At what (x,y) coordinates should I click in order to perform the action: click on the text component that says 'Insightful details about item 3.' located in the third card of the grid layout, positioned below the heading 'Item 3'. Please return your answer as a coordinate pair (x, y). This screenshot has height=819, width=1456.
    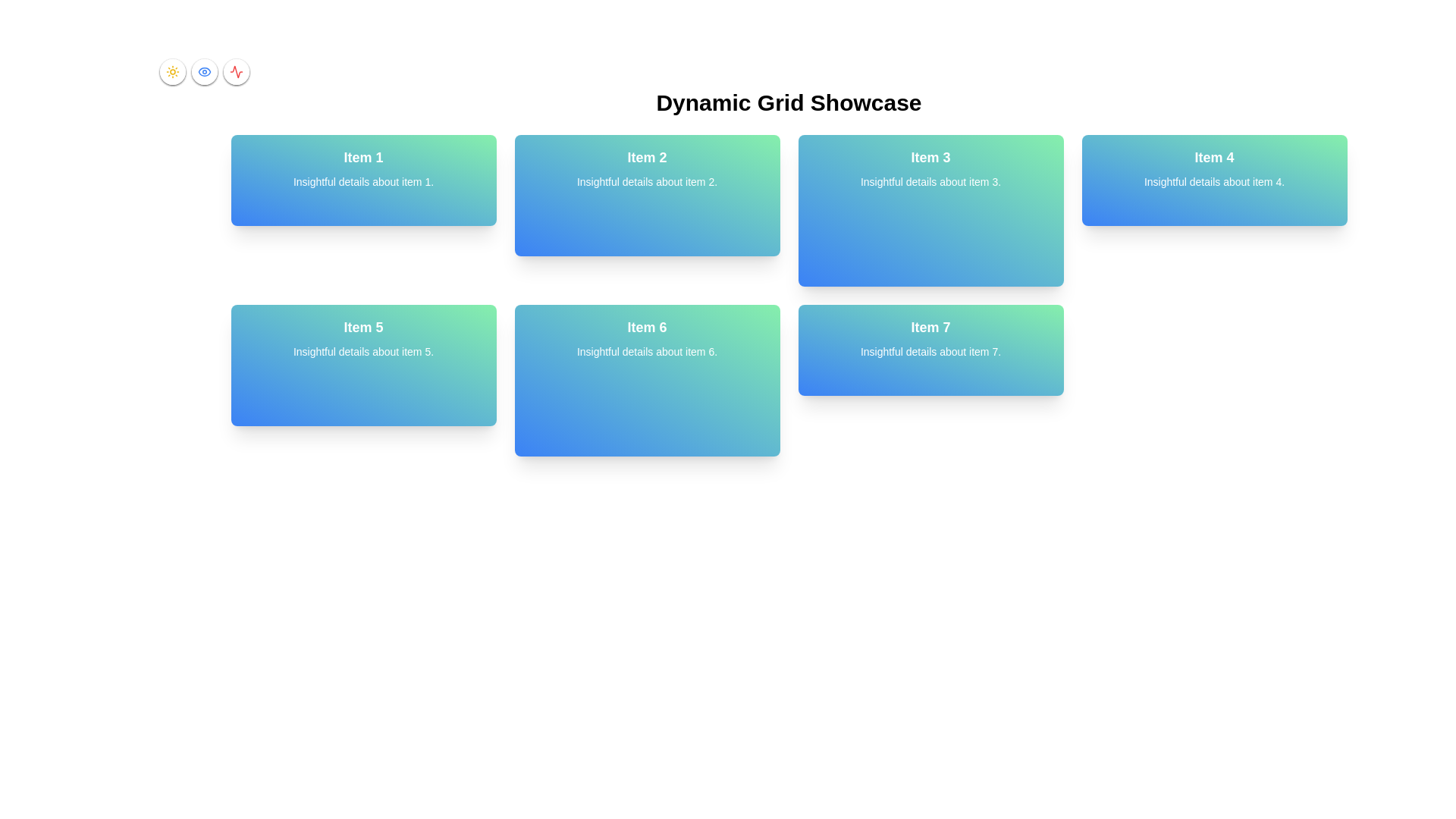
    Looking at the image, I should click on (930, 180).